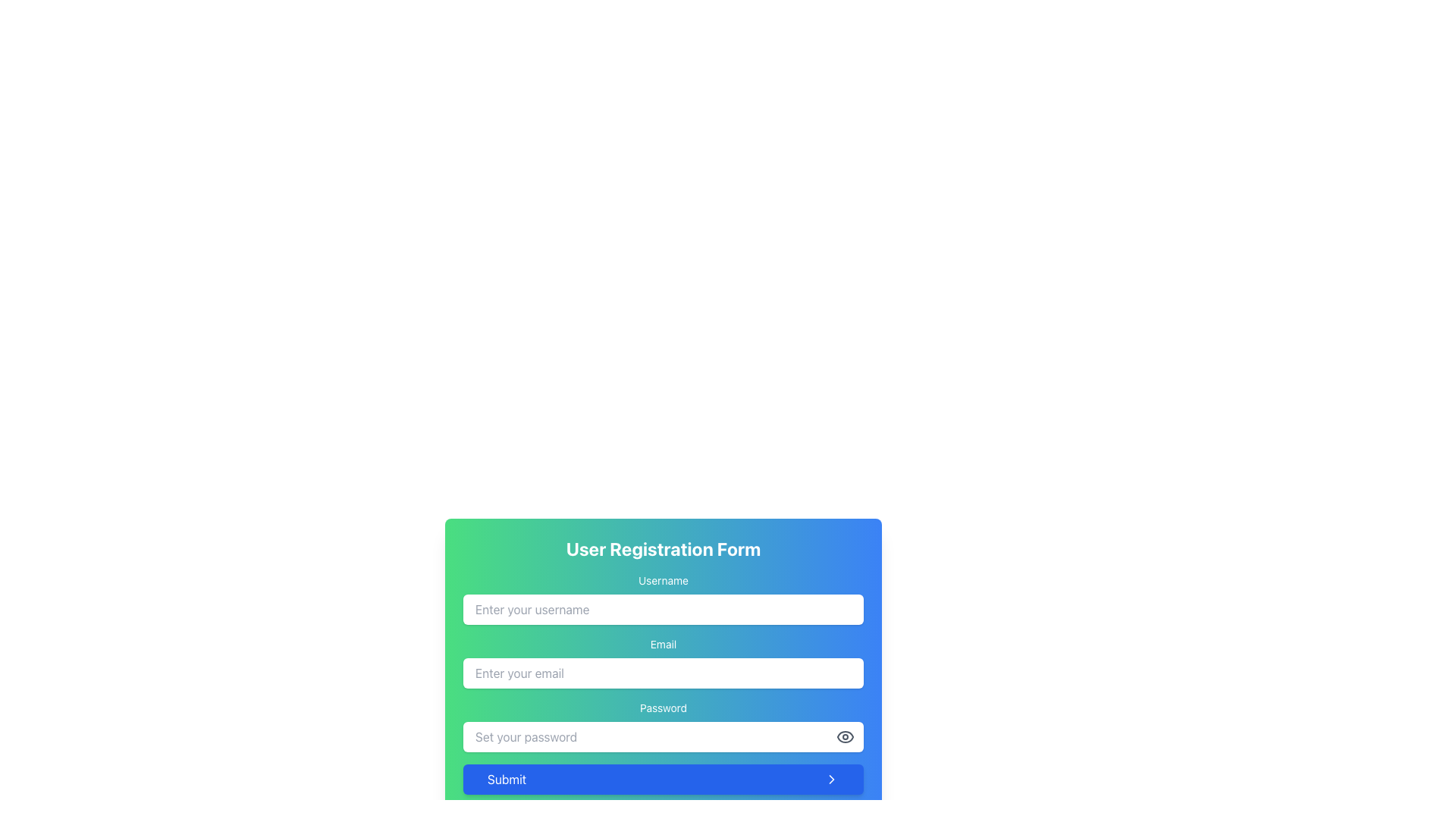  Describe the element at coordinates (663, 708) in the screenshot. I see `the password label that provides guidance for the password input field, located above the password input area` at that location.